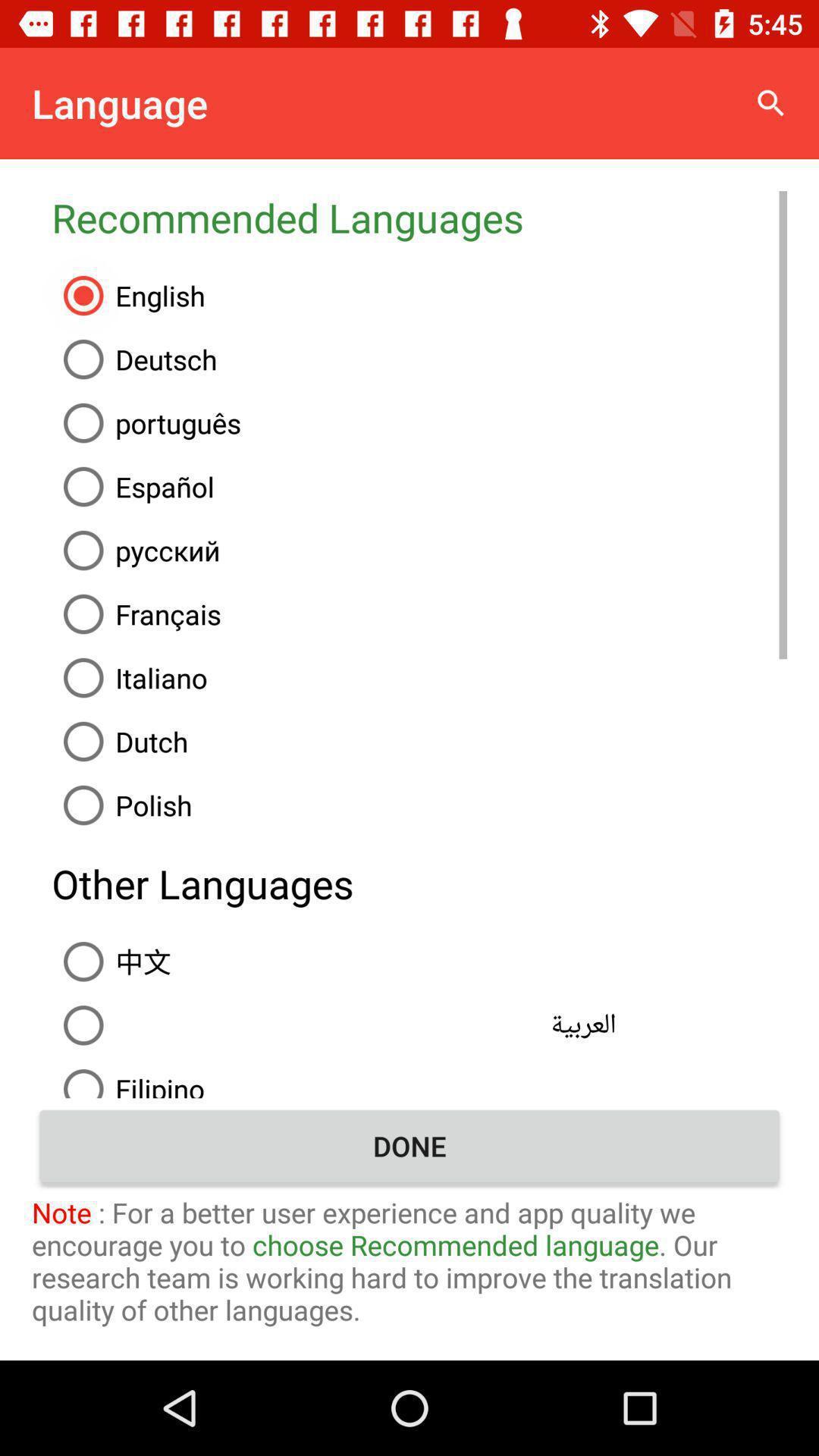 The image size is (819, 1456). Describe the element at coordinates (419, 676) in the screenshot. I see `italiano icon` at that location.